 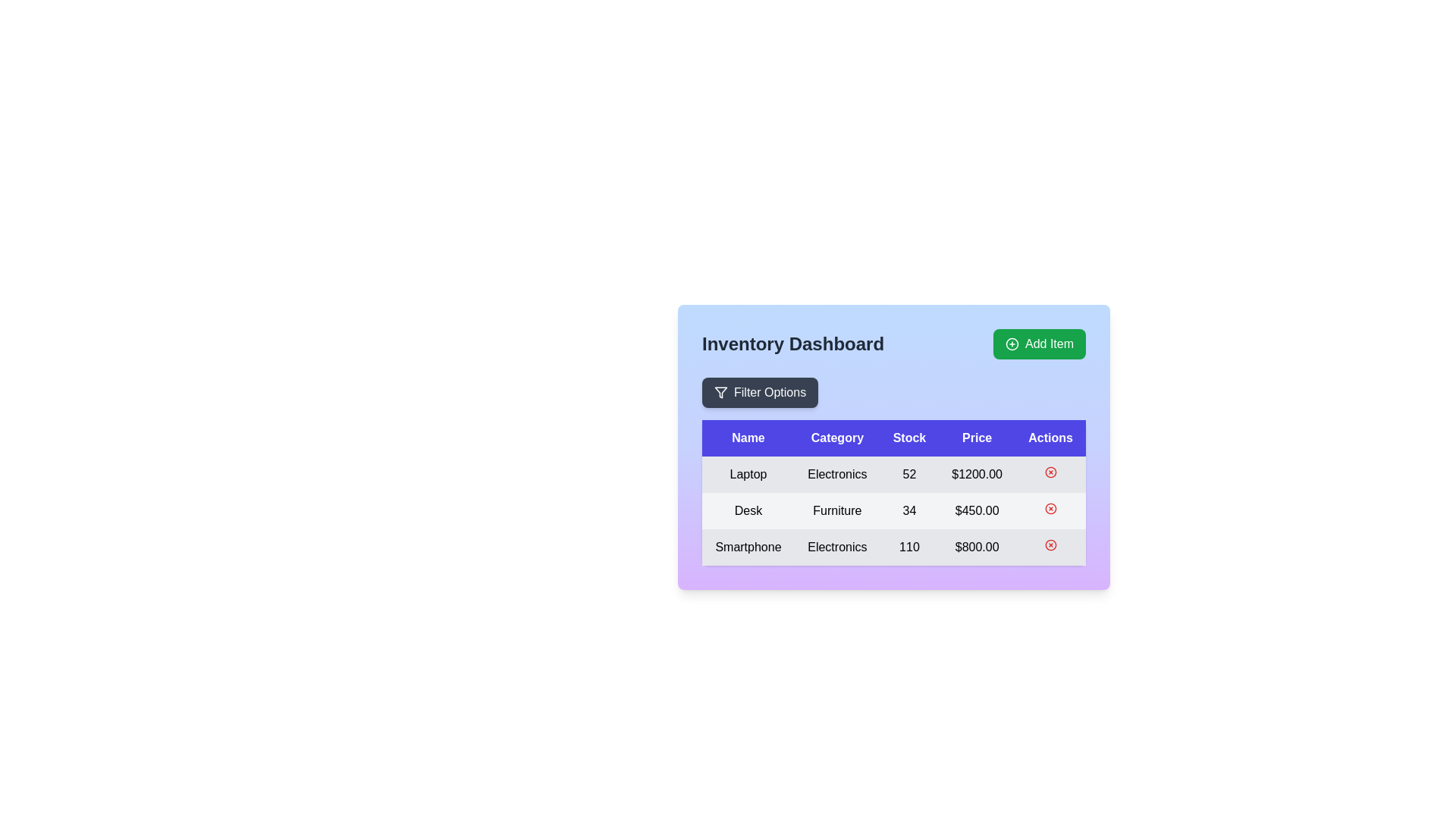 What do you see at coordinates (792, 344) in the screenshot?
I see `the 'Inventory Dashboard' header text label, which indicates the current section of the page` at bounding box center [792, 344].